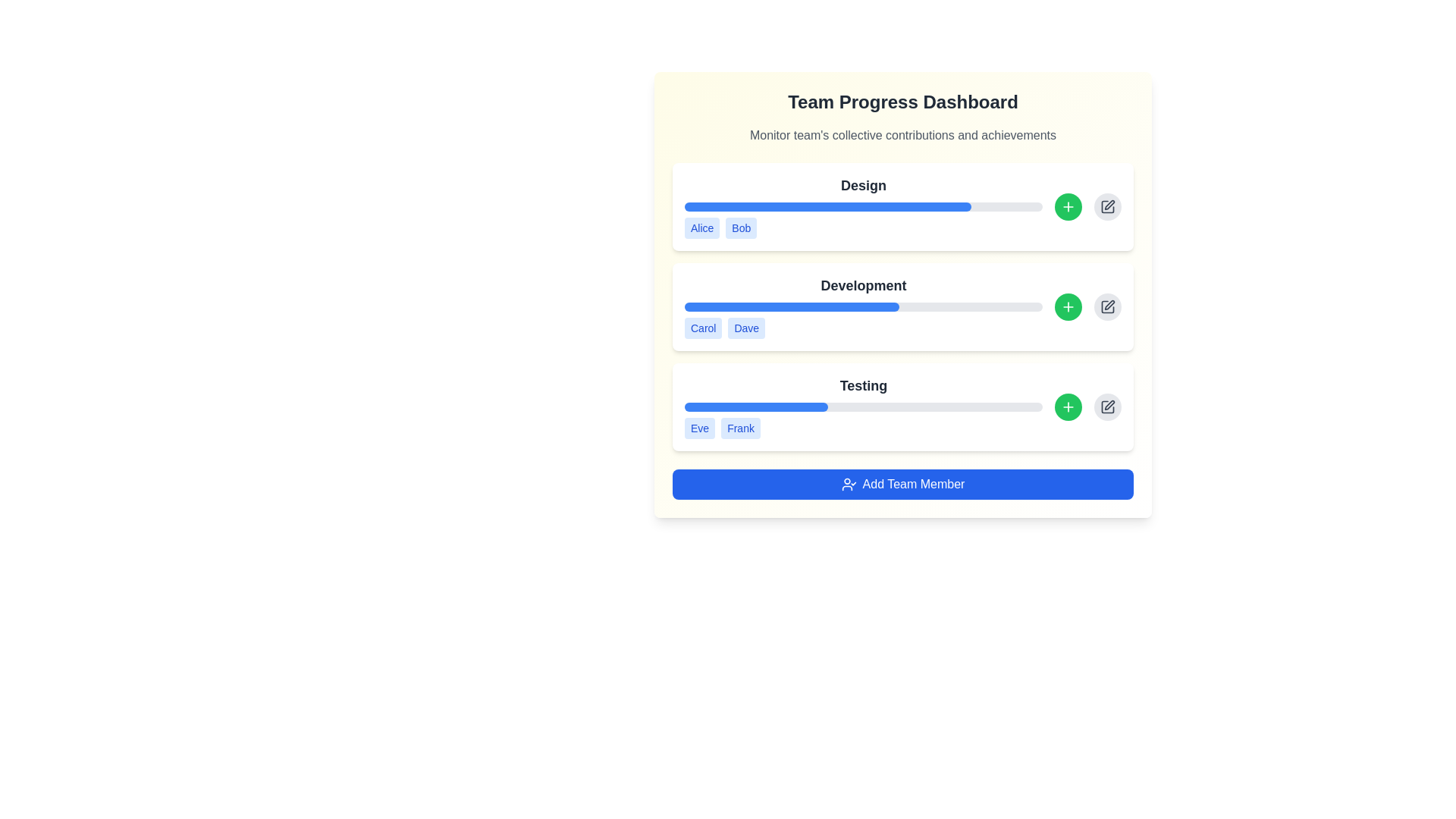 This screenshot has width=1456, height=819. I want to click on the pen-shaped icon located in the lower-right section of the 'Testing' panel, so click(1109, 404).